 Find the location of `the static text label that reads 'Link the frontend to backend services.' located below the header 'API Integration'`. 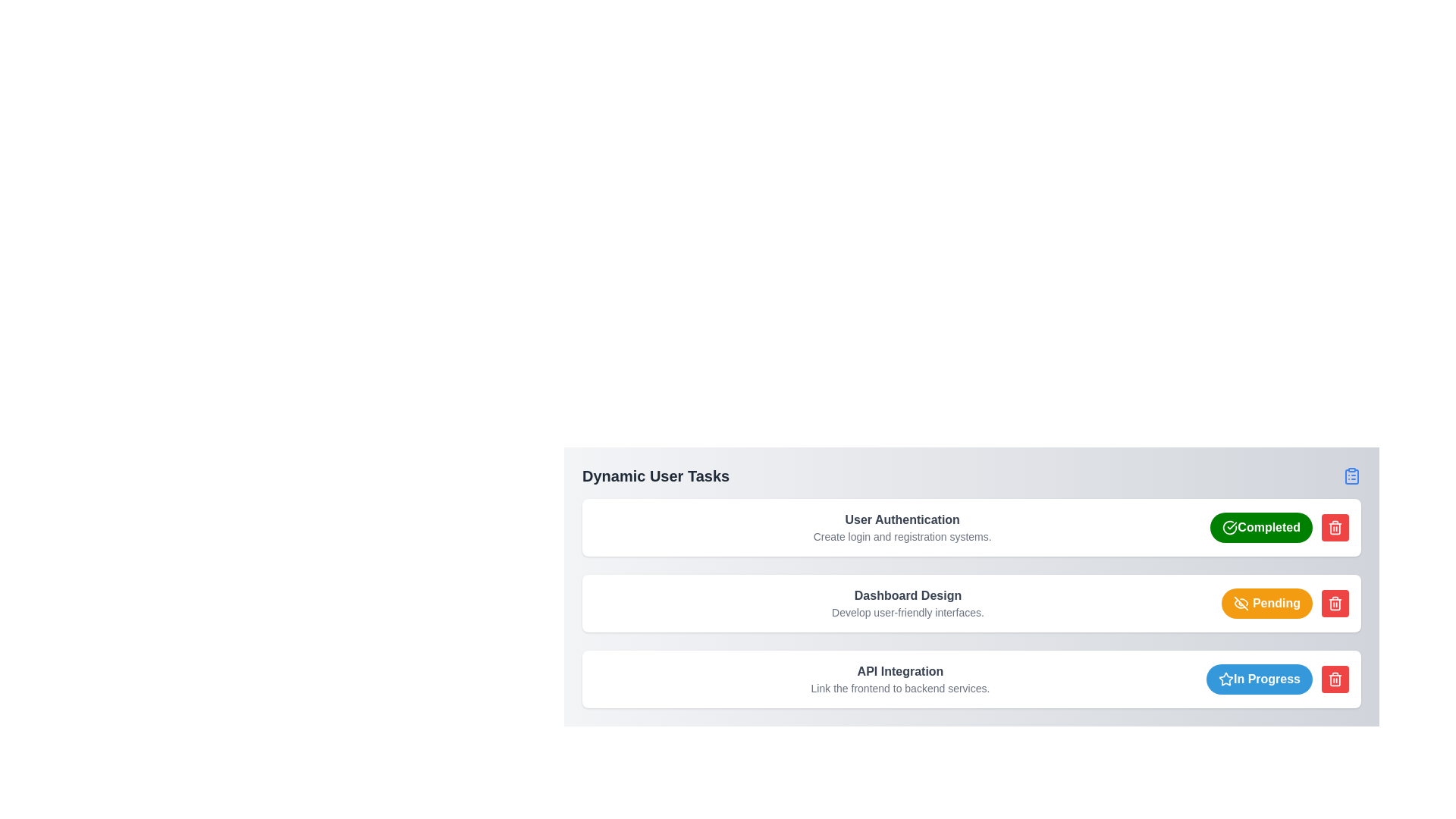

the static text label that reads 'Link the frontend to backend services.' located below the header 'API Integration' is located at coordinates (900, 688).